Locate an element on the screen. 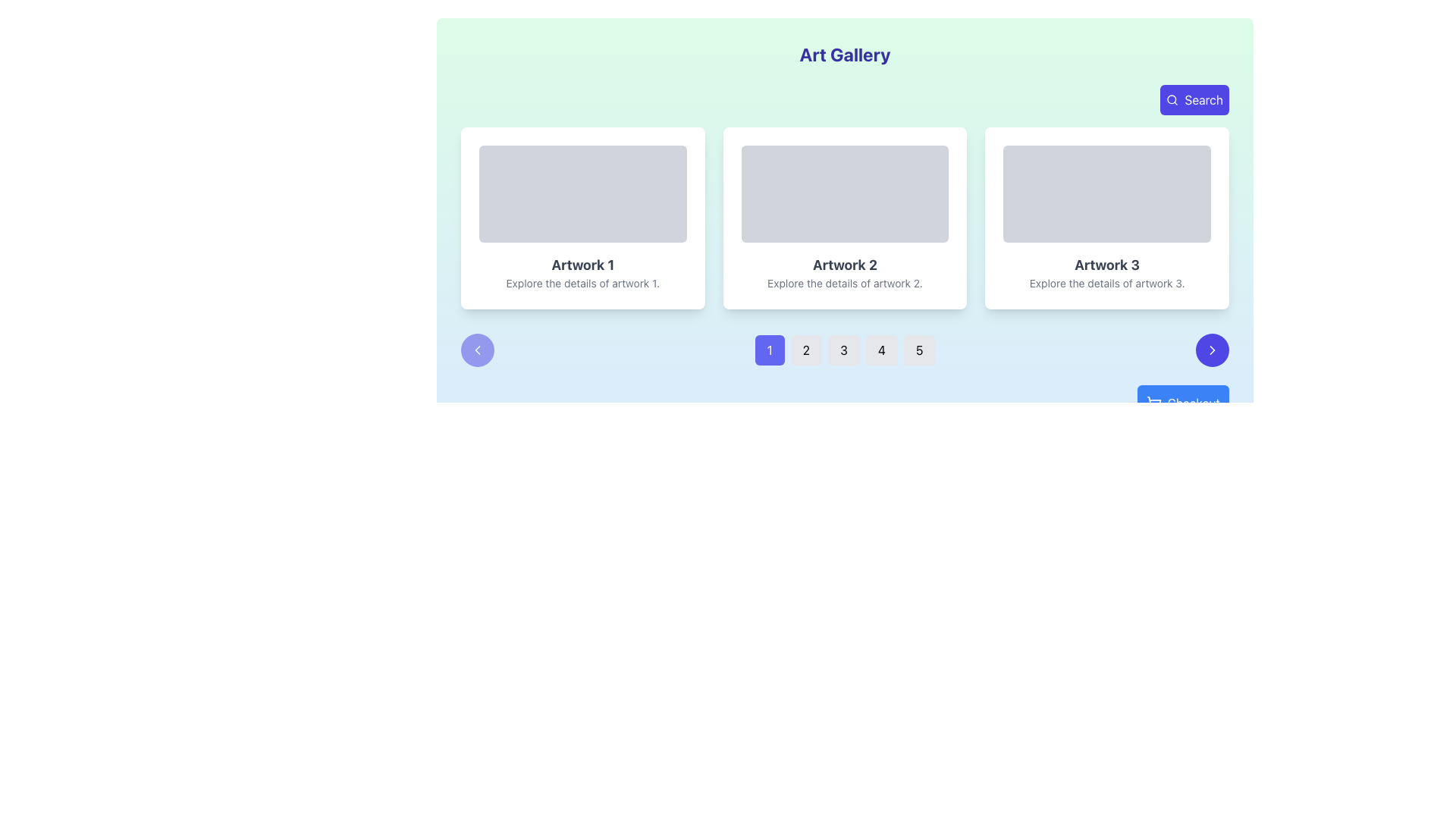 This screenshot has height=819, width=1456. the pagination button for the fifth page, located at the bottom center of the interface is located at coordinates (918, 350).